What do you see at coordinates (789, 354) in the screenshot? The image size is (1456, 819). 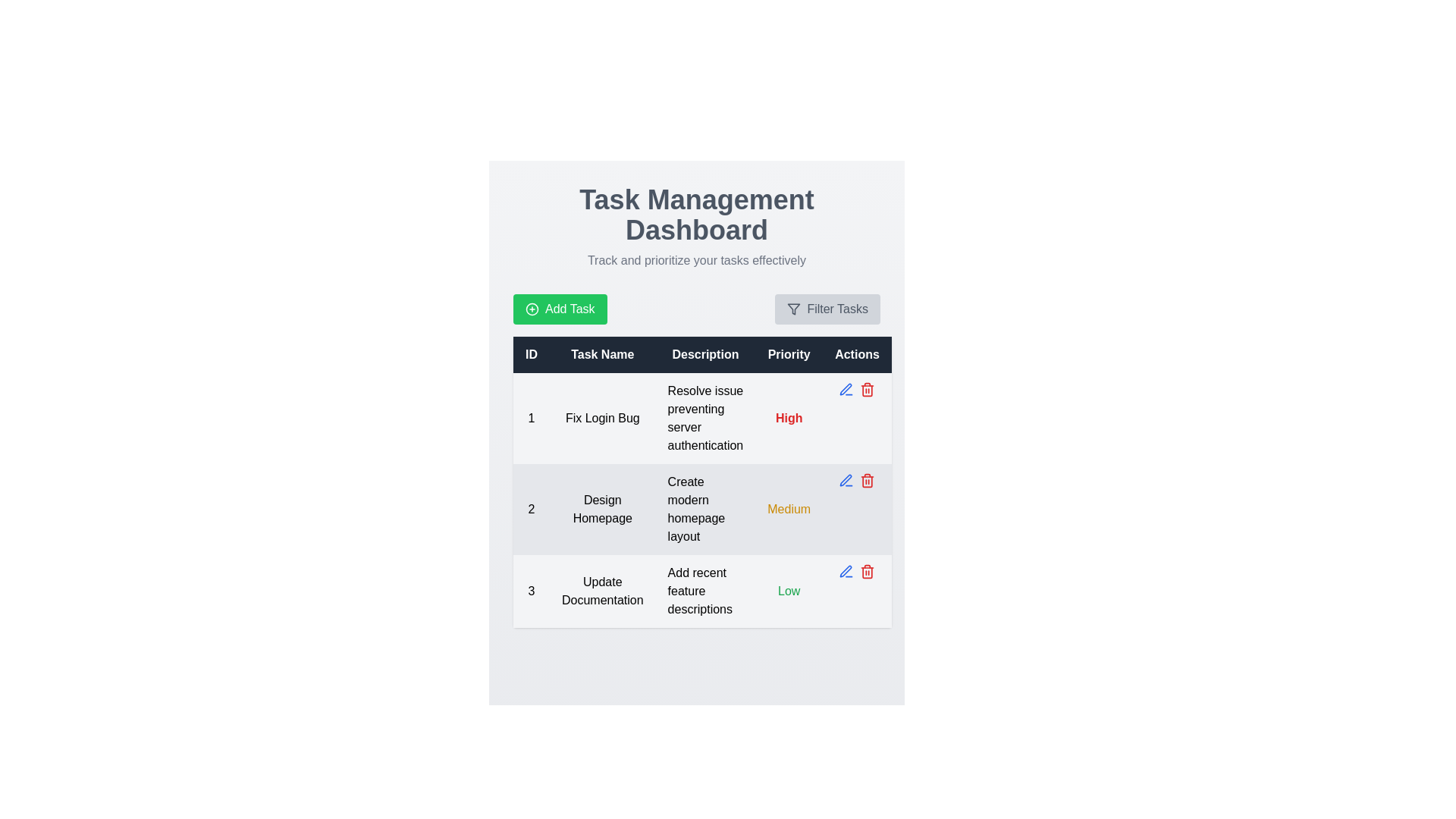 I see `the 'Priority' header label, which is the fourth element in the header row of the table, positioned between 'Description' and 'Actions'` at bounding box center [789, 354].